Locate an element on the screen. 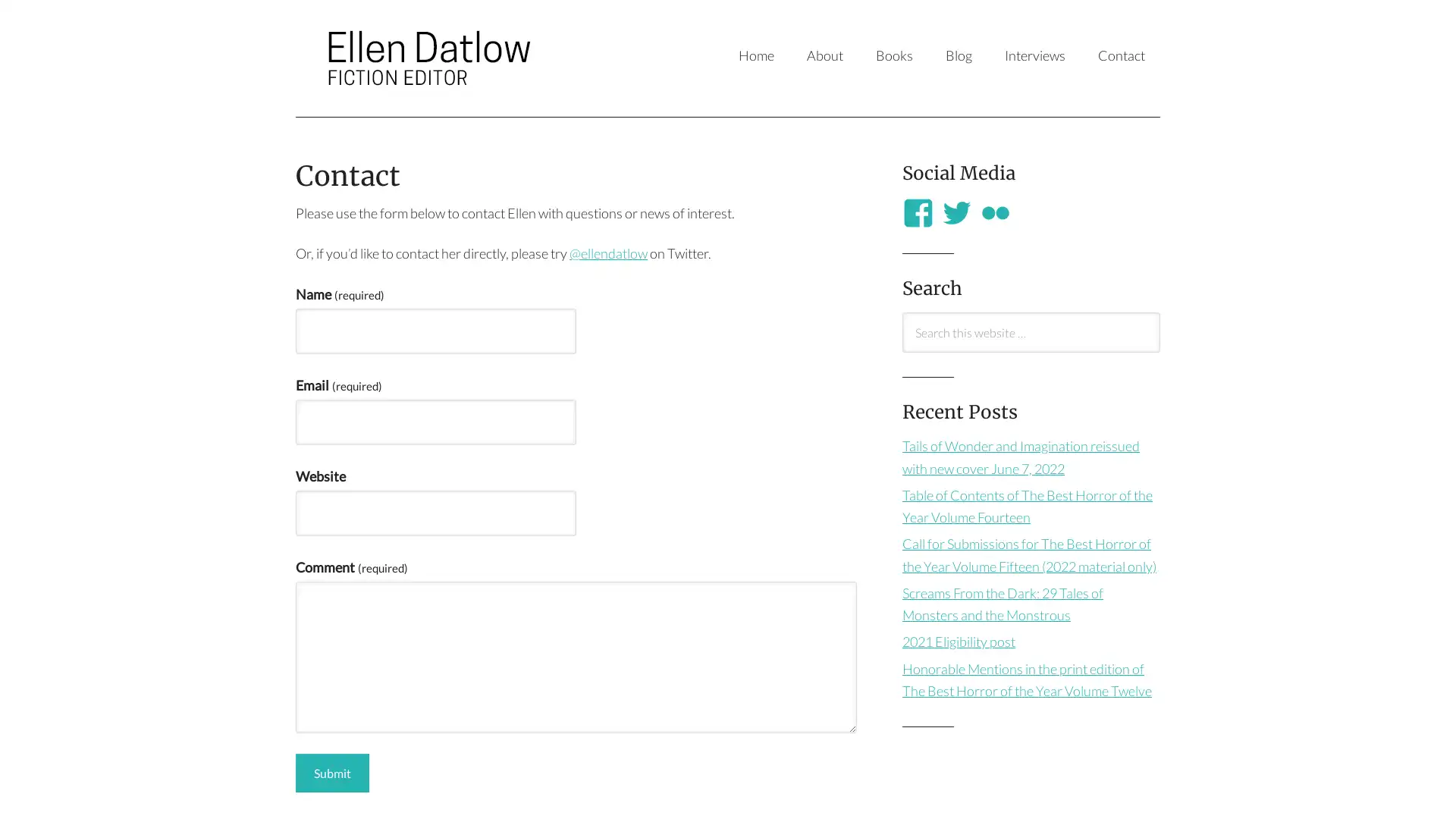 This screenshot has height=819, width=1456. Search is located at coordinates (902, 351).